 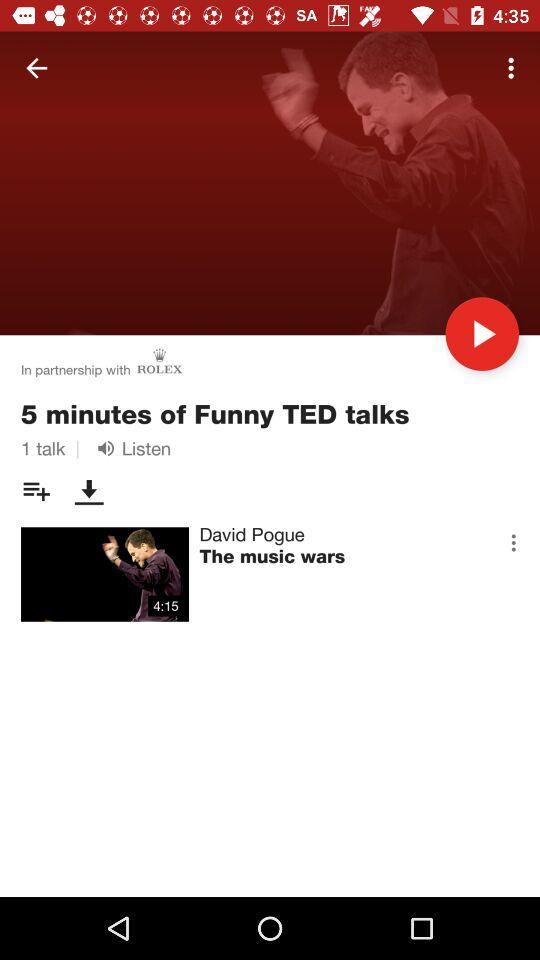 What do you see at coordinates (481, 334) in the screenshot?
I see `the play icon` at bounding box center [481, 334].